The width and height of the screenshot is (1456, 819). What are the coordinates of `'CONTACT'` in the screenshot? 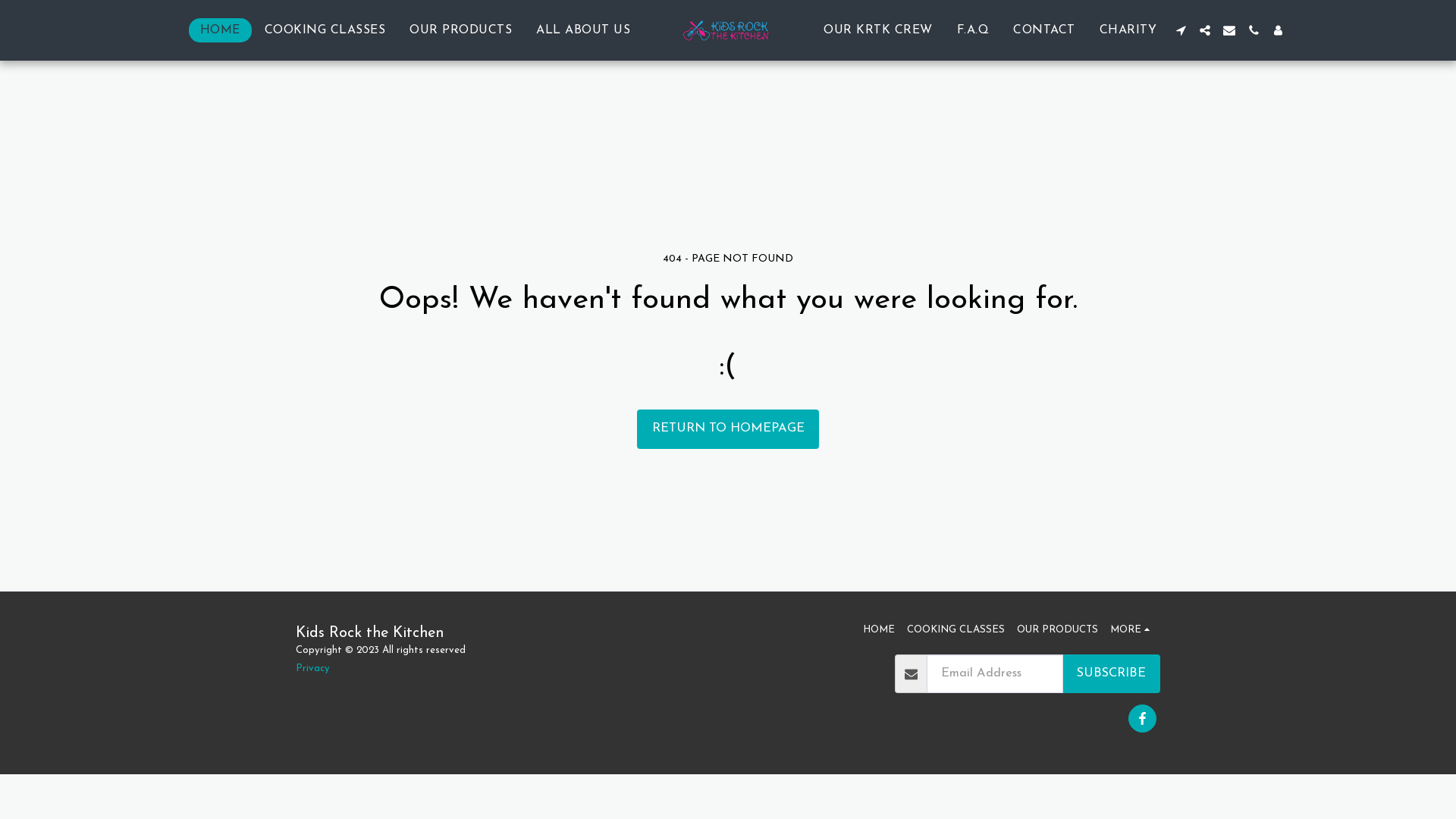 It's located at (1043, 30).